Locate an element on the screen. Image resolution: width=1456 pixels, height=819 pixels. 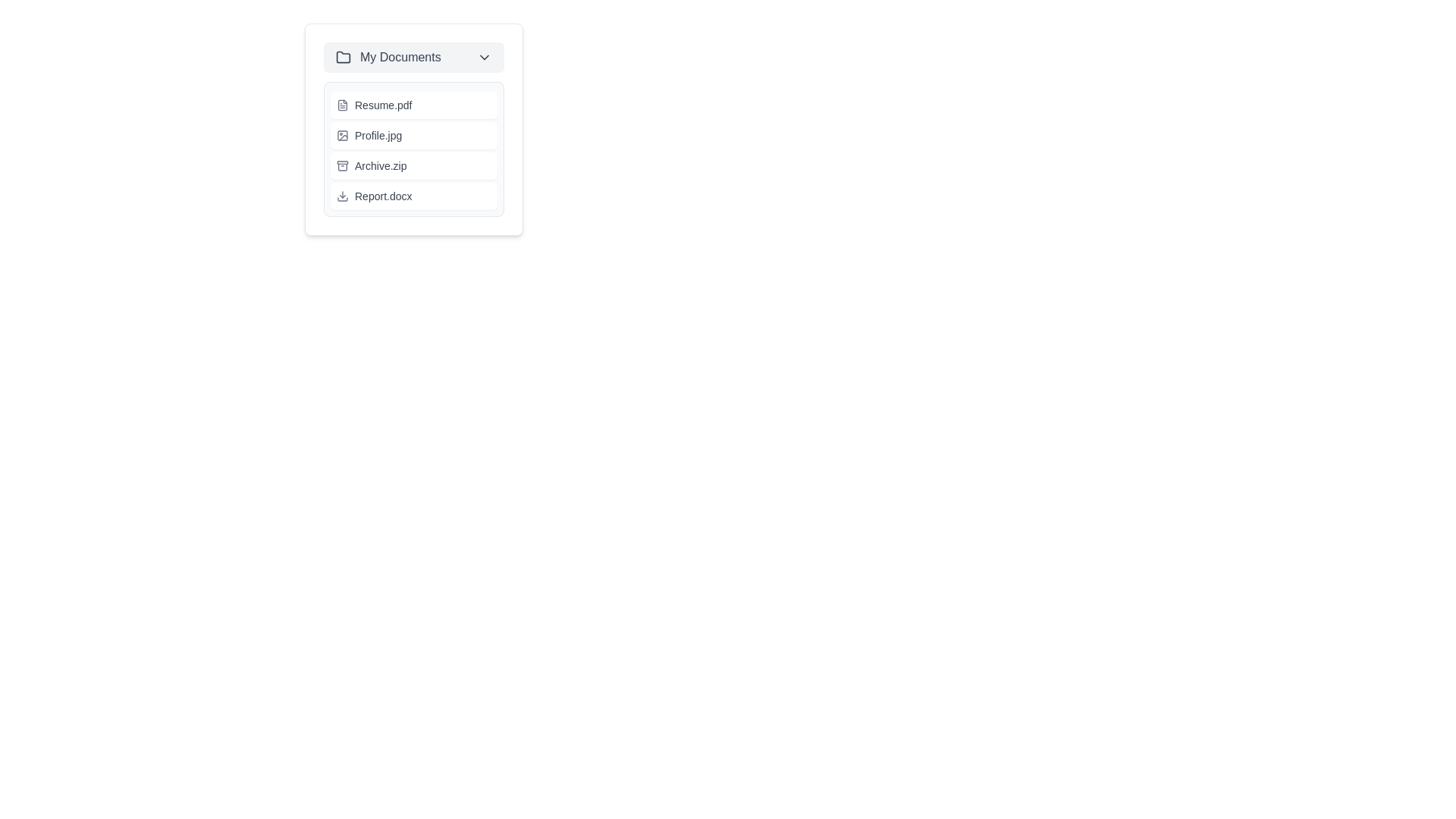
the file entry row labeled 'Profile.jpg' is located at coordinates (414, 134).